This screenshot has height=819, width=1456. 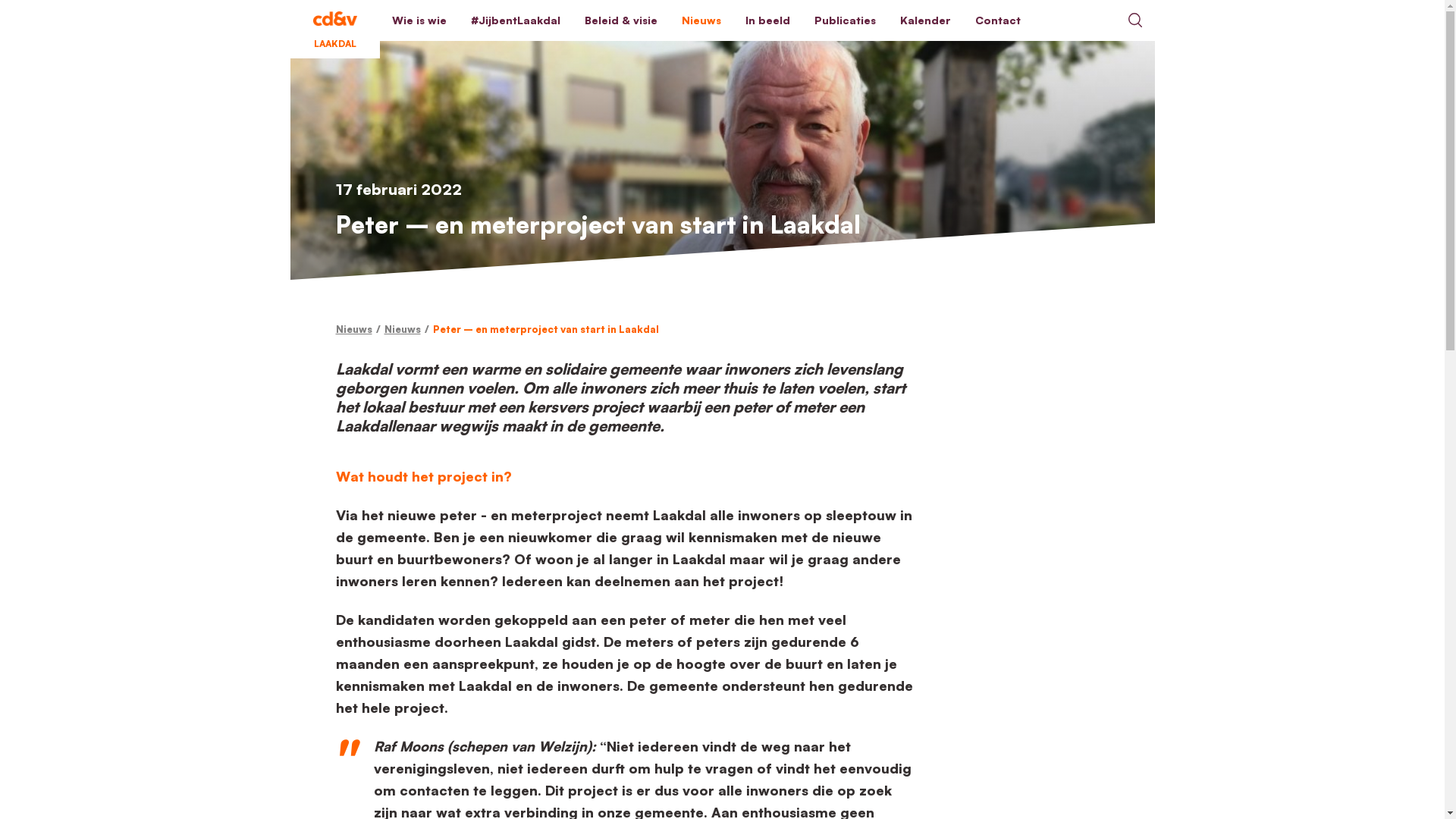 I want to click on 'Publicaties', so click(x=844, y=20).